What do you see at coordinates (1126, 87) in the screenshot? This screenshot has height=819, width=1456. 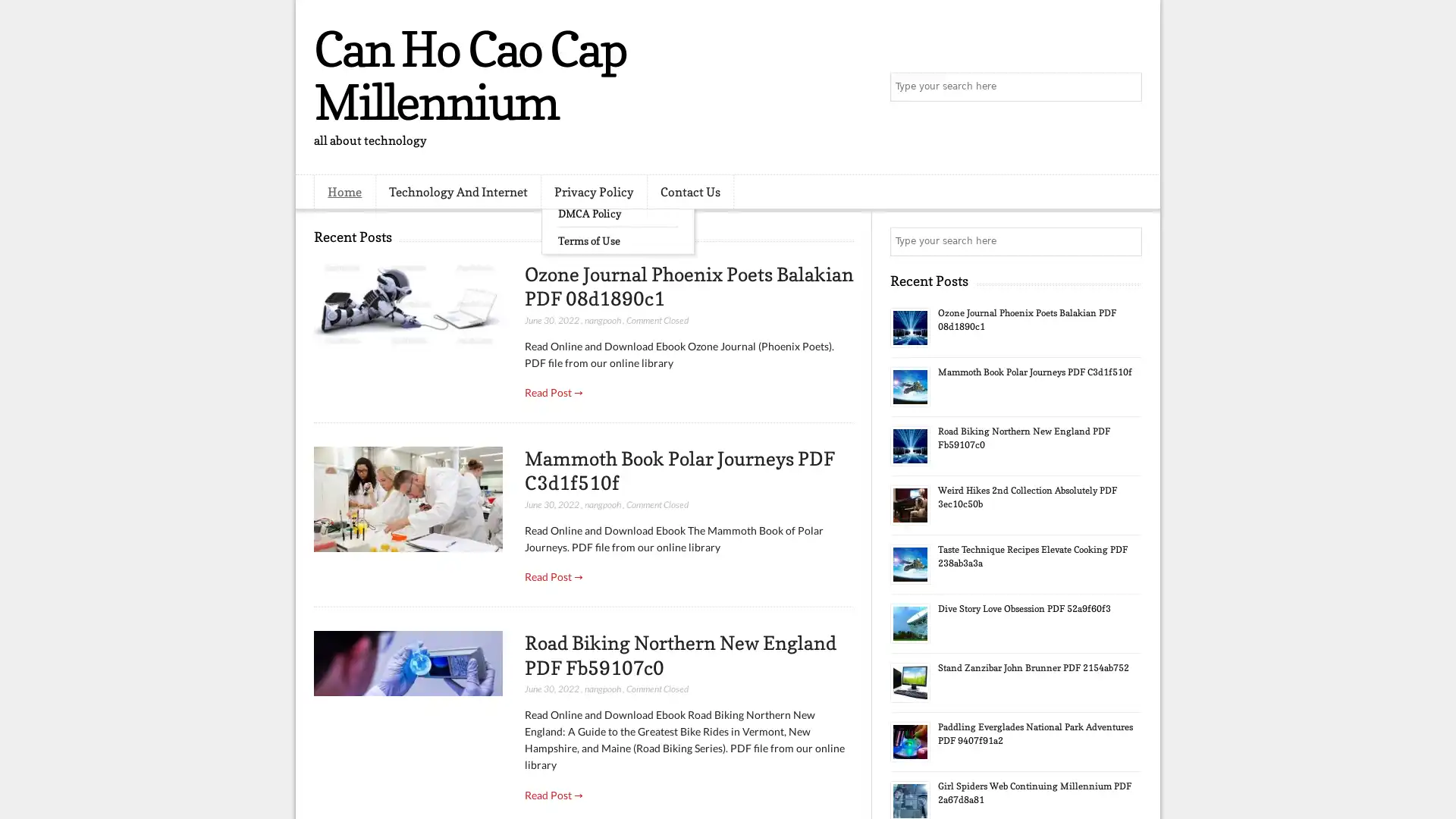 I see `Search` at bounding box center [1126, 87].